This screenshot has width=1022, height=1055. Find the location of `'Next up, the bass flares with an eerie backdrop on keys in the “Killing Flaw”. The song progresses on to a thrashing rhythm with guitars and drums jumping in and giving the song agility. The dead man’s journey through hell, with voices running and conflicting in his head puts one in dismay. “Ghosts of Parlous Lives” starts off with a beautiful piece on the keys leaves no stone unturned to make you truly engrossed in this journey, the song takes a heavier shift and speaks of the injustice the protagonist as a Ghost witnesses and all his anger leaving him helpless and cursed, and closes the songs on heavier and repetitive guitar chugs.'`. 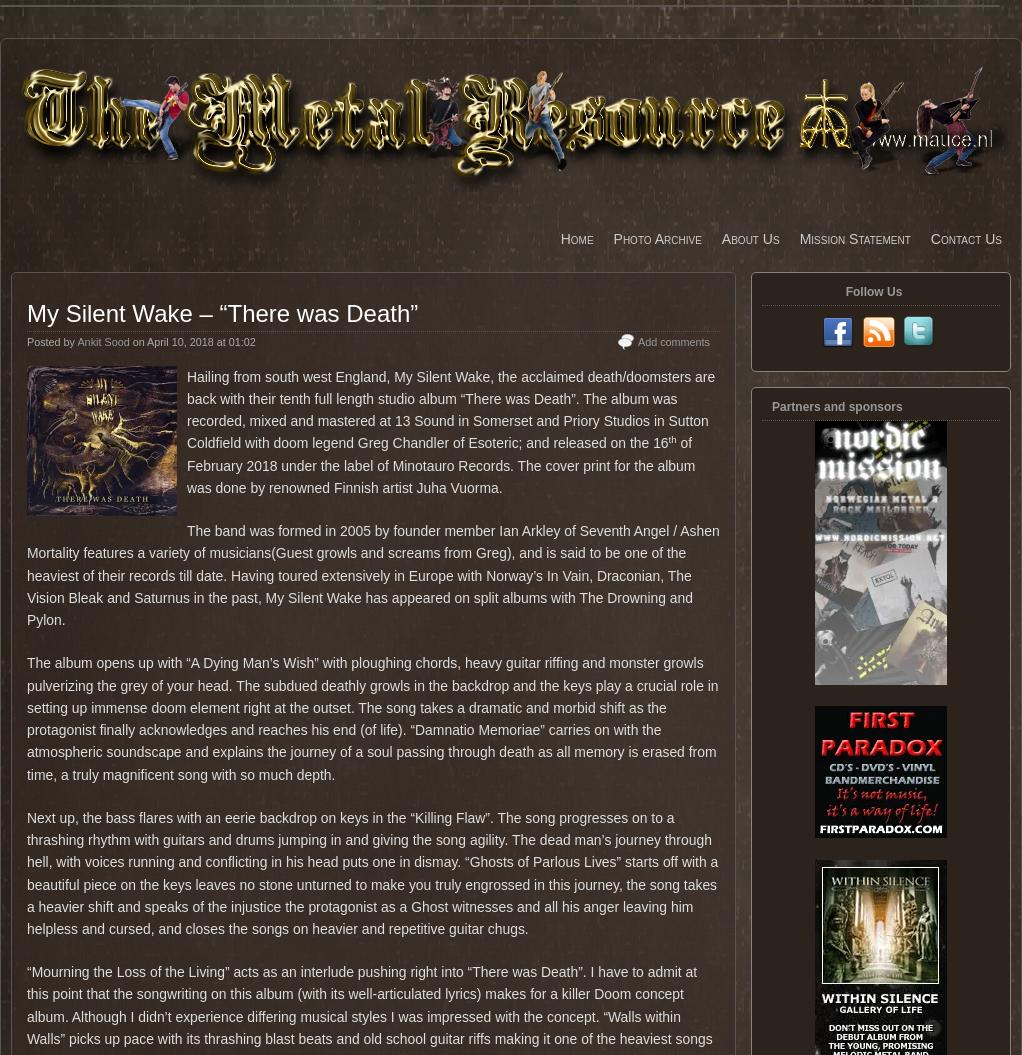

'Next up, the bass flares with an eerie backdrop on keys in the “Killing Flaw”. The song progresses on to a thrashing rhythm with guitars and drums jumping in and giving the song agility. The dead man’s journey through hell, with voices running and conflicting in his head puts one in dismay. “Ghosts of Parlous Lives” starts off with a beautiful piece on the keys leaves no stone unturned to make you truly engrossed in this journey, the song takes a heavier shift and speaks of the injustice the protagonist as a Ghost witnesses and all his anger leaving him helpless and cursed, and closes the songs on heavier and repetitive guitar chugs.' is located at coordinates (371, 873).